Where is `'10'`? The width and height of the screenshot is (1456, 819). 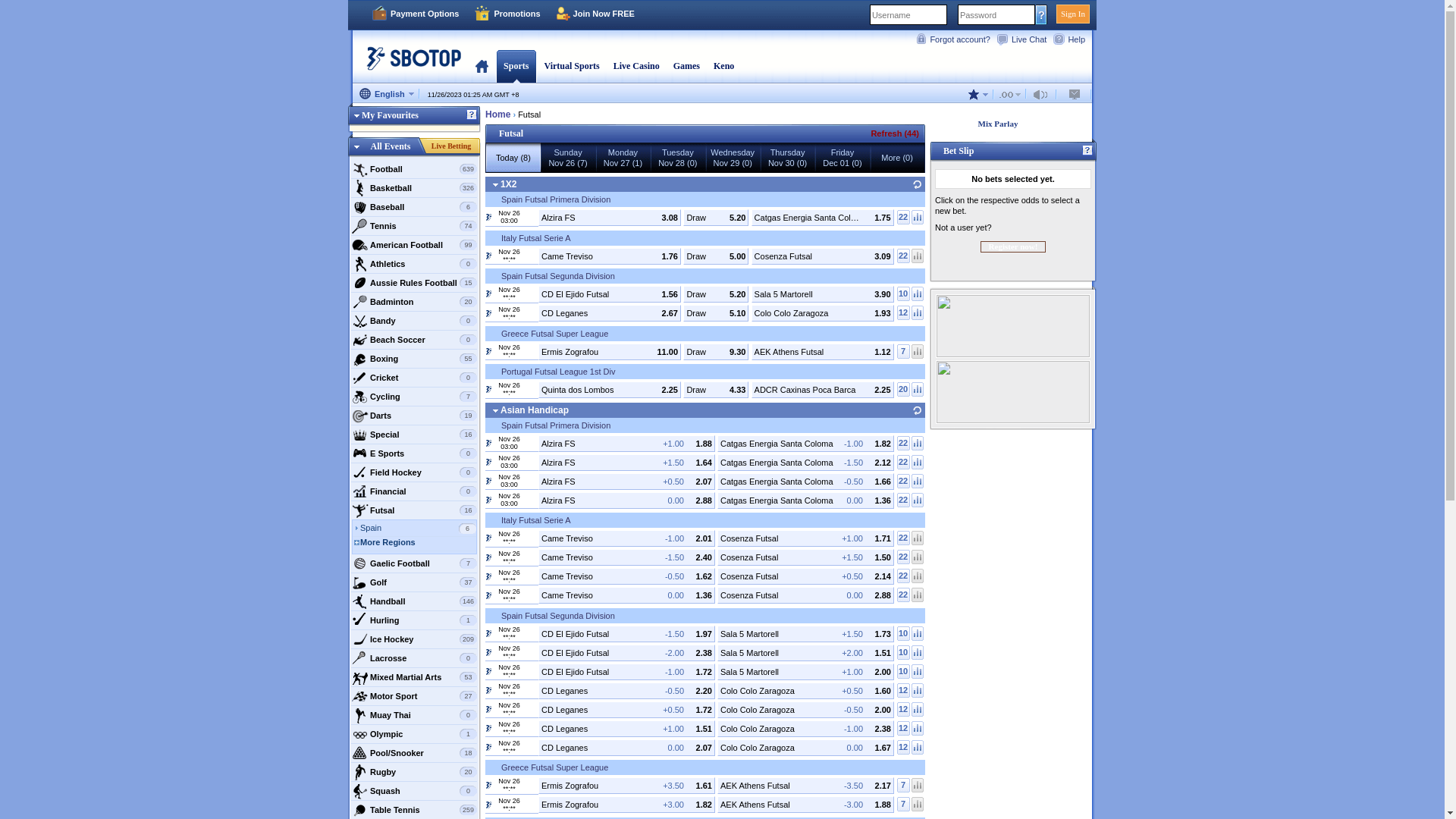 '10' is located at coordinates (903, 633).